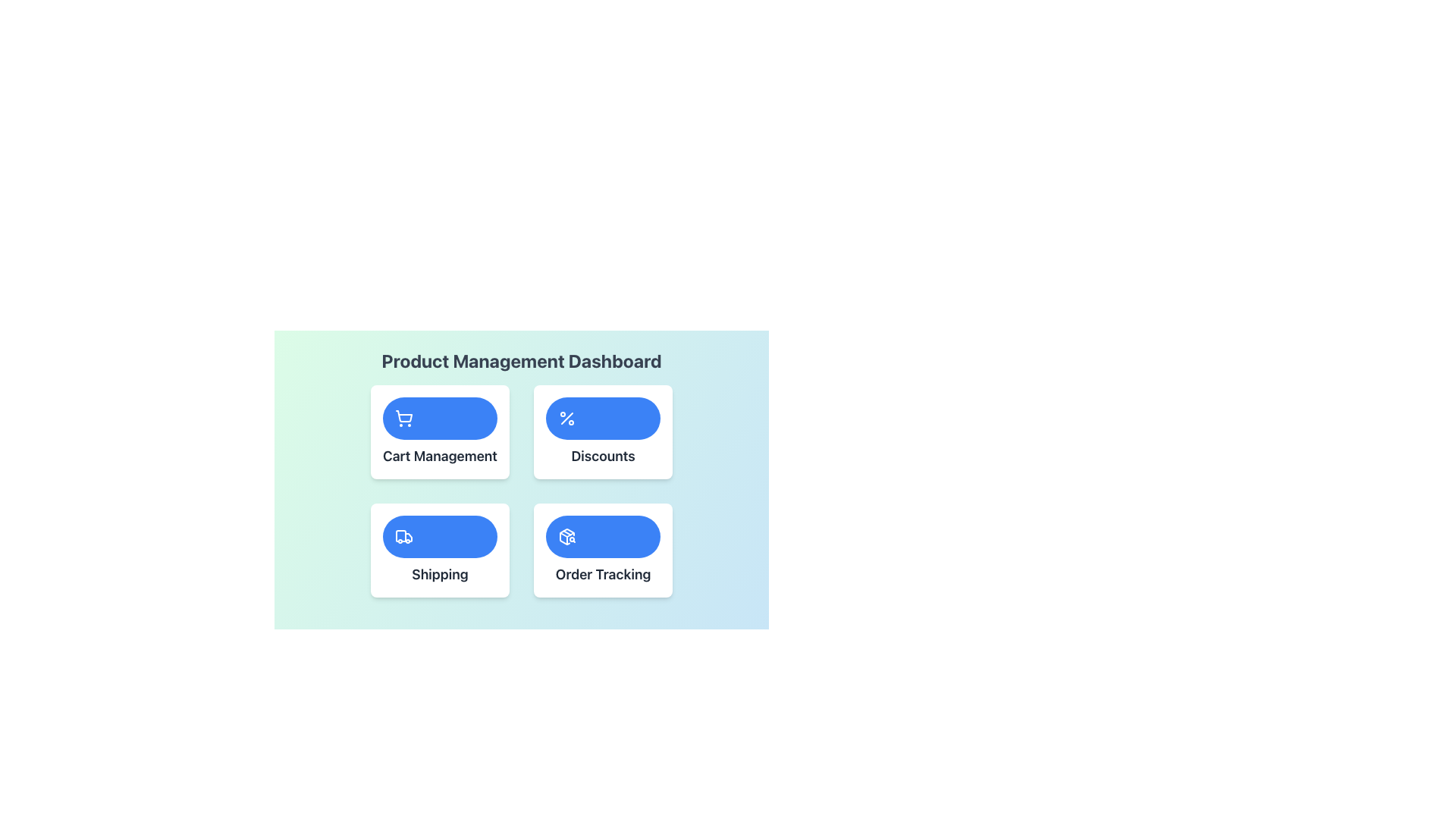 The image size is (1456, 819). I want to click on the 'Order Tracking' button located at the bottom-right of the grid layout, which features a rounded blue background with a white package icon and magnifying glass, followed by bold text, so click(602, 550).